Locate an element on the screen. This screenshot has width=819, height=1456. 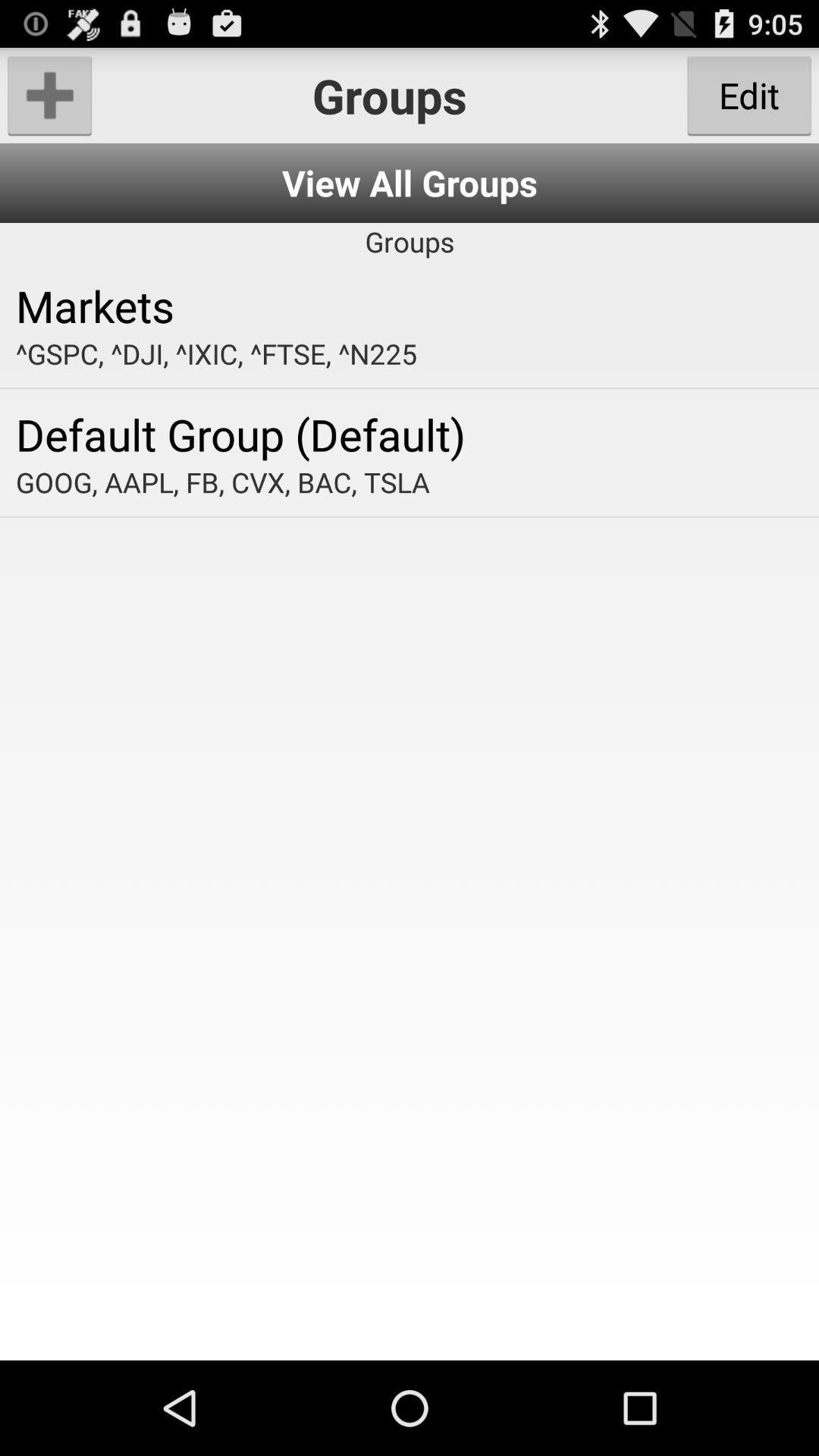
the gspc dji ixic item is located at coordinates (409, 353).